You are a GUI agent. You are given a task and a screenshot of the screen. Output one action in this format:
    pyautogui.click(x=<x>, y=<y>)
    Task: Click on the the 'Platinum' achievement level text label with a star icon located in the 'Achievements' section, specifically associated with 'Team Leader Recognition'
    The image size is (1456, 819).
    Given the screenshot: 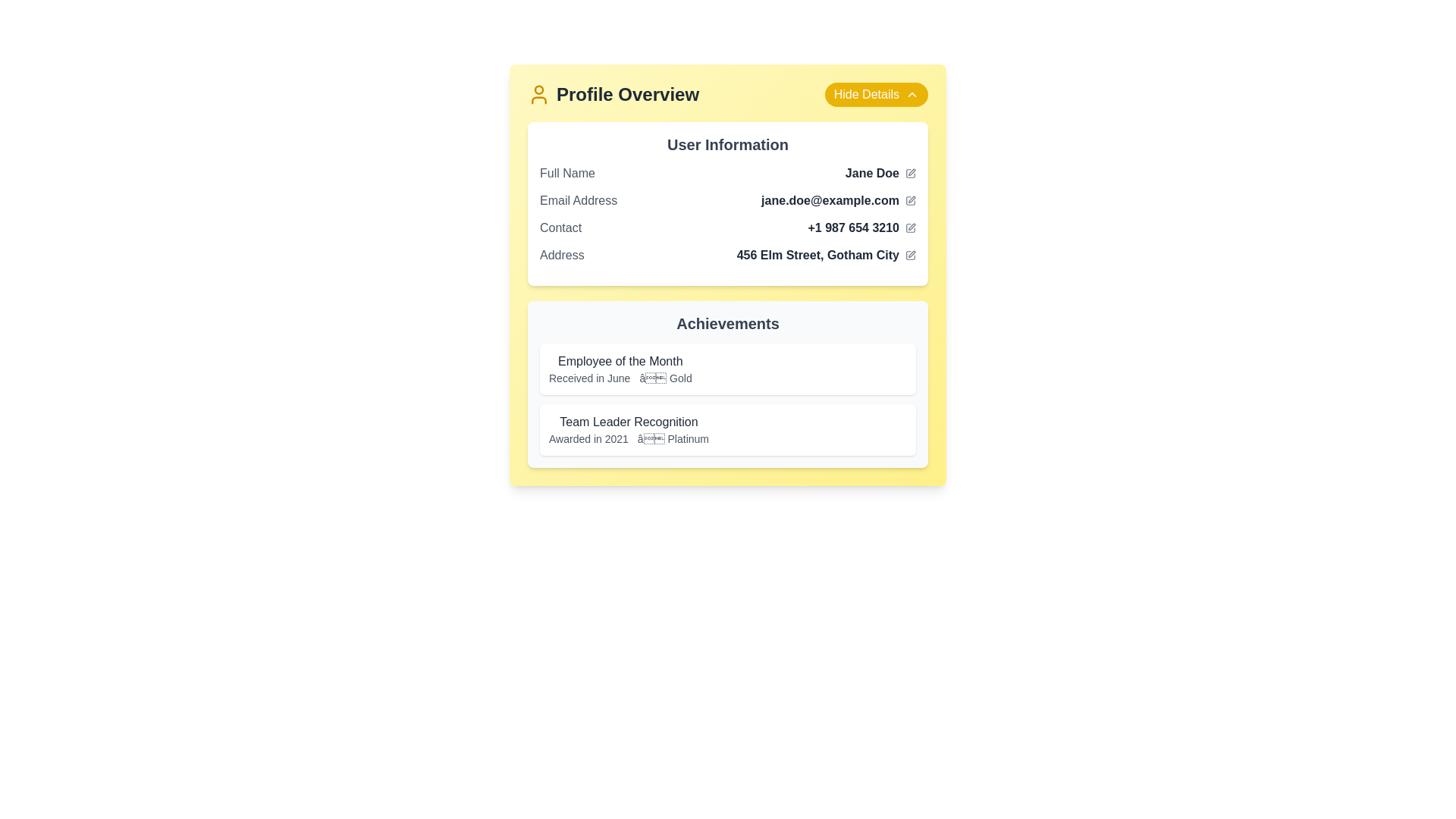 What is the action you would take?
    pyautogui.click(x=673, y=438)
    